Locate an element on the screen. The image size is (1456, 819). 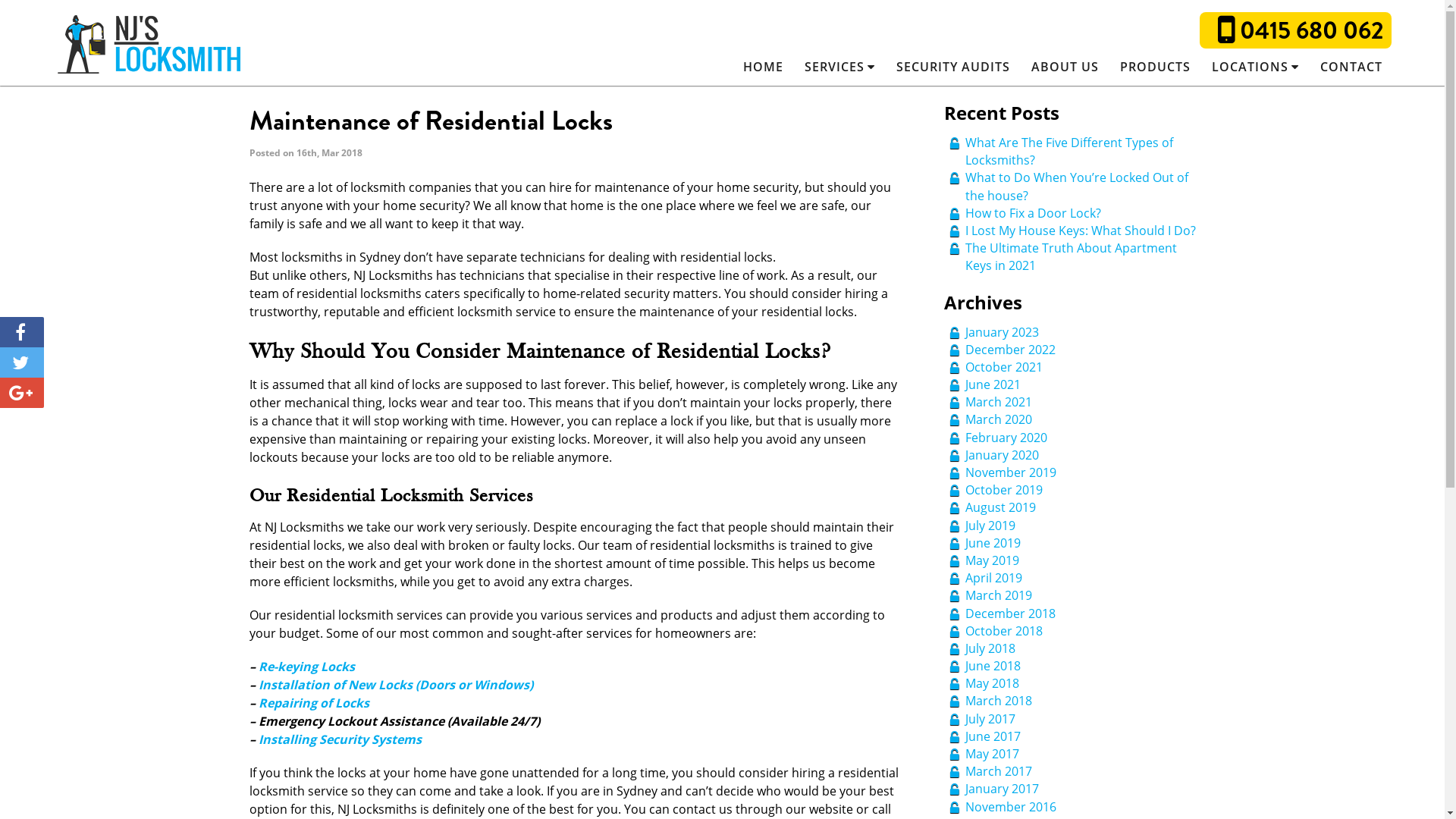
'April 2019' is located at coordinates (993, 578).